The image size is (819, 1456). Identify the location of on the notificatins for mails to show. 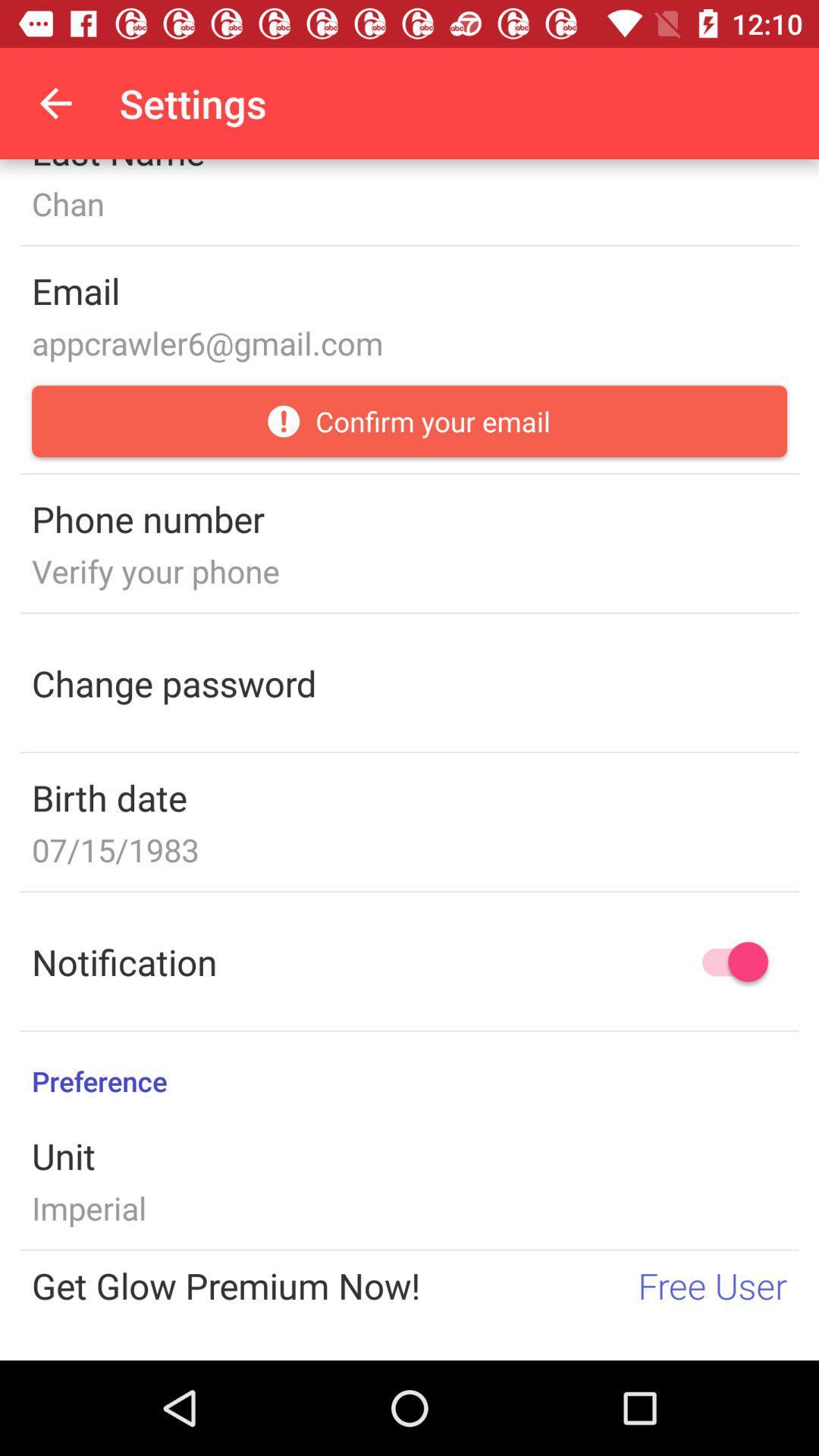
(727, 961).